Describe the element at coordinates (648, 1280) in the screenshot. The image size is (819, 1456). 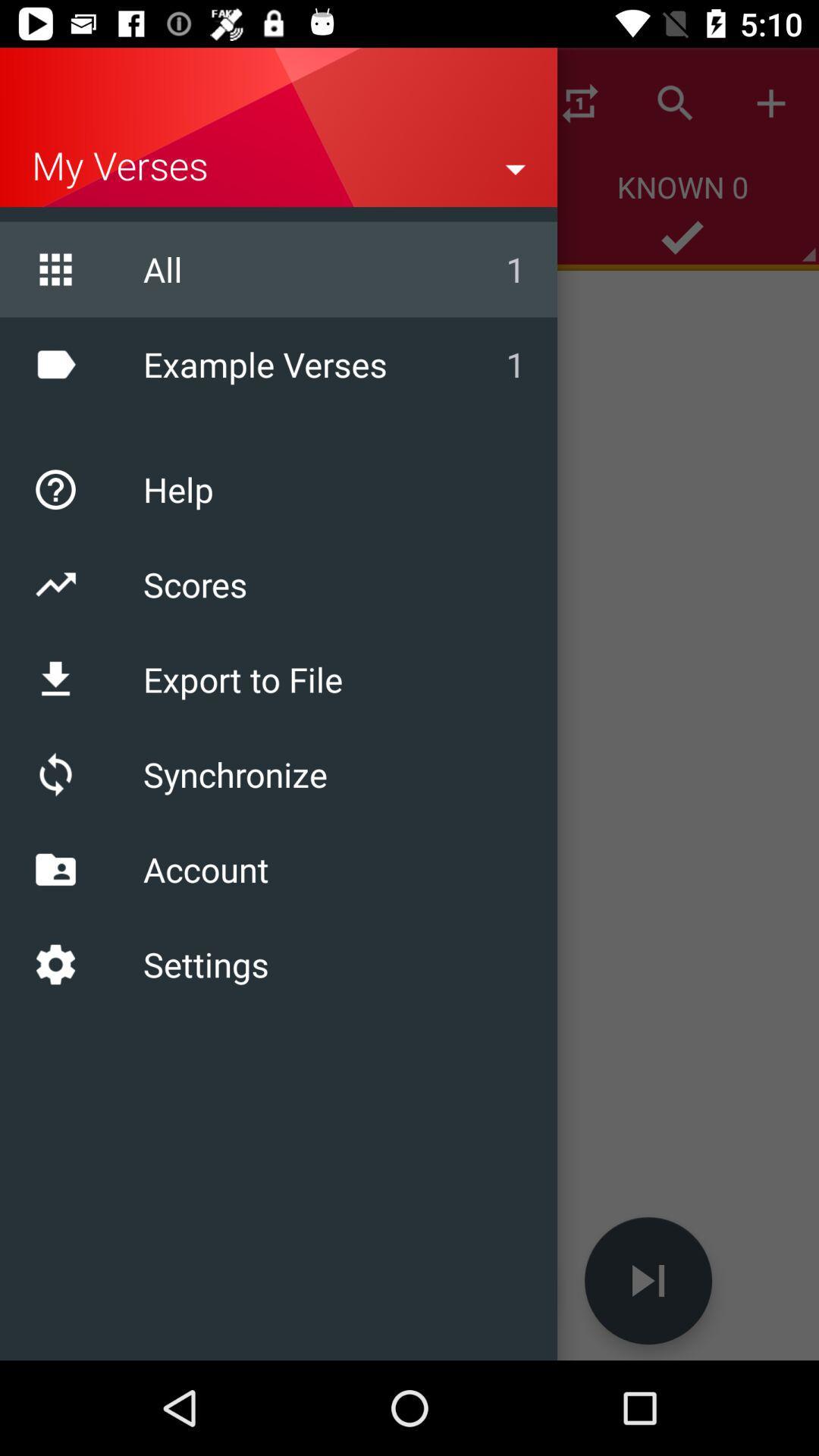
I see `the skip_next icon` at that location.